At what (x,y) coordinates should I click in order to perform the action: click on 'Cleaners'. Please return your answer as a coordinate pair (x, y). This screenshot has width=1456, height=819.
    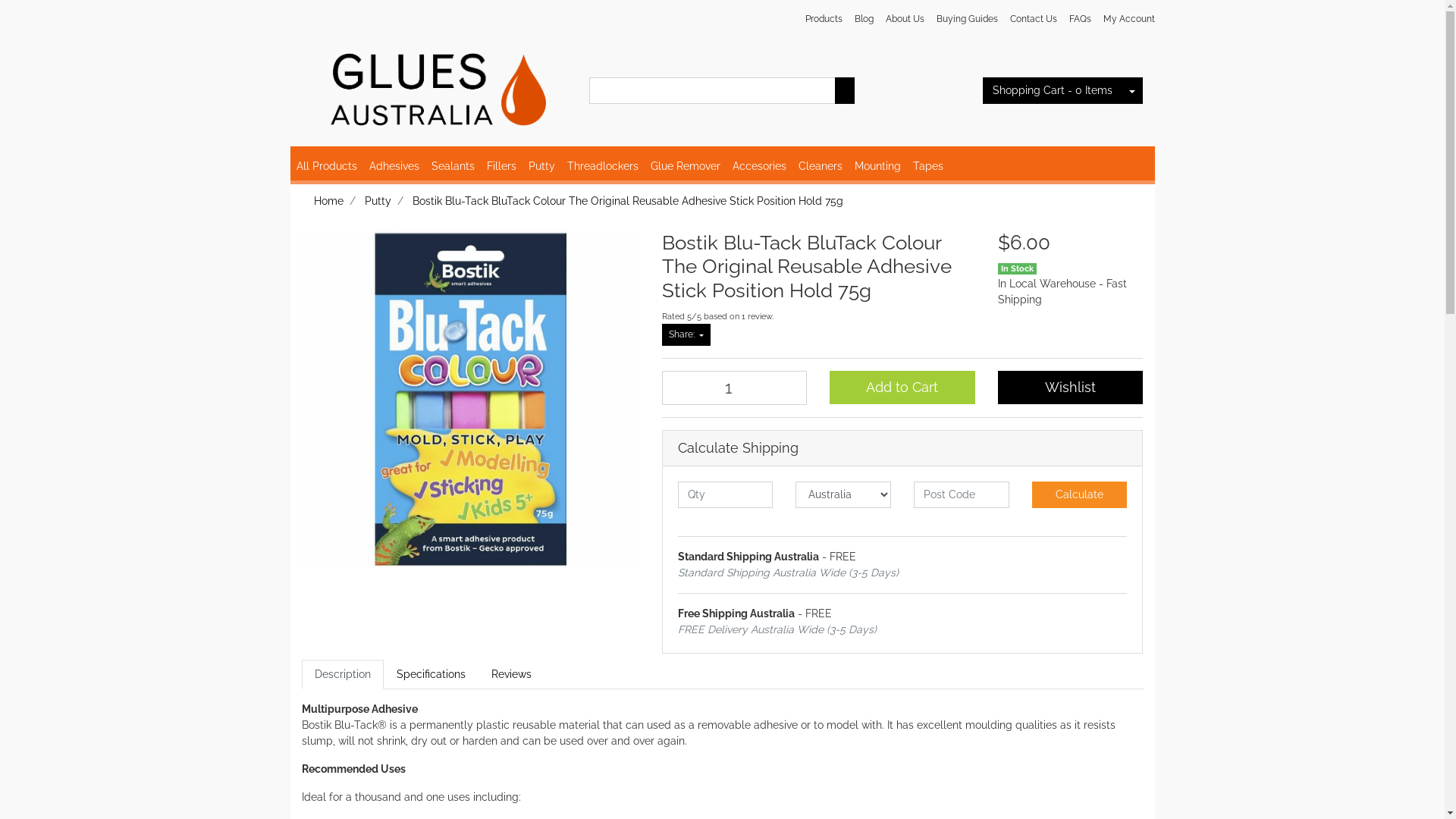
    Looking at the image, I should click on (818, 166).